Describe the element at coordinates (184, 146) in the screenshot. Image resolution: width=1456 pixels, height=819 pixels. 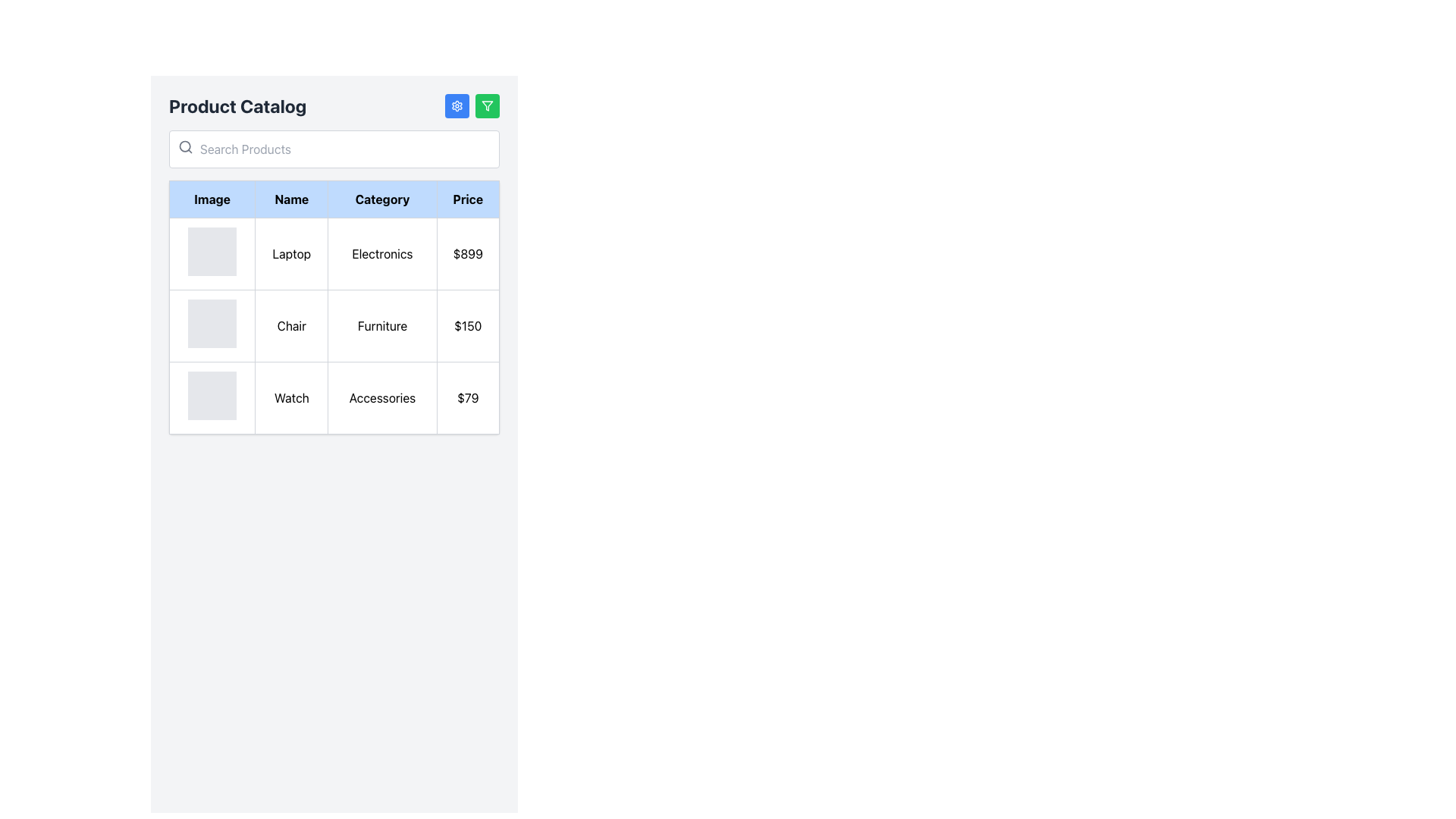
I see `the search icon located in the leftmost section of the search input box, adjacent to the placeholder text 'Search Products'` at that location.